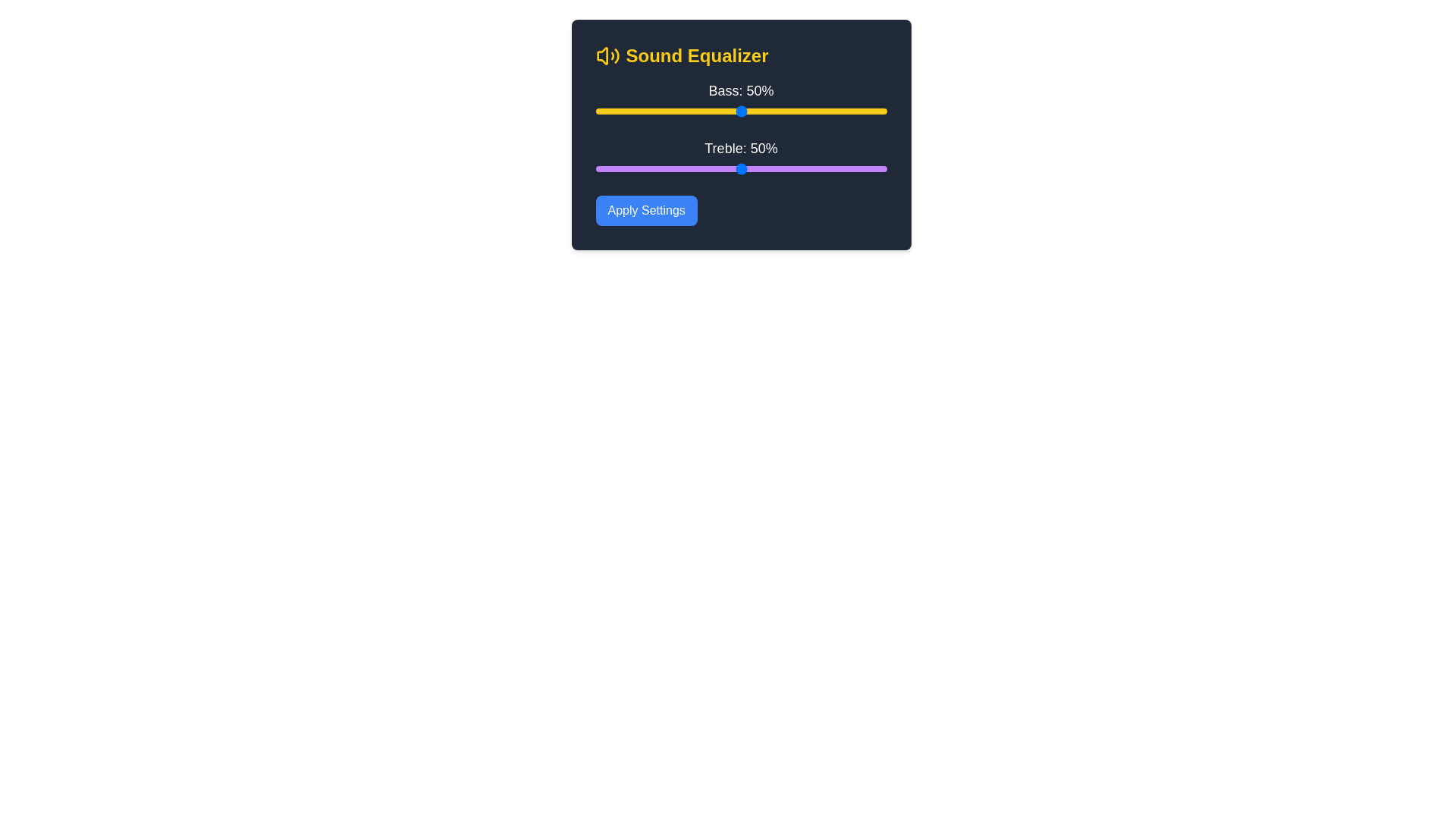 This screenshot has width=1456, height=819. Describe the element at coordinates (779, 169) in the screenshot. I see `the treble slider to 63%` at that location.